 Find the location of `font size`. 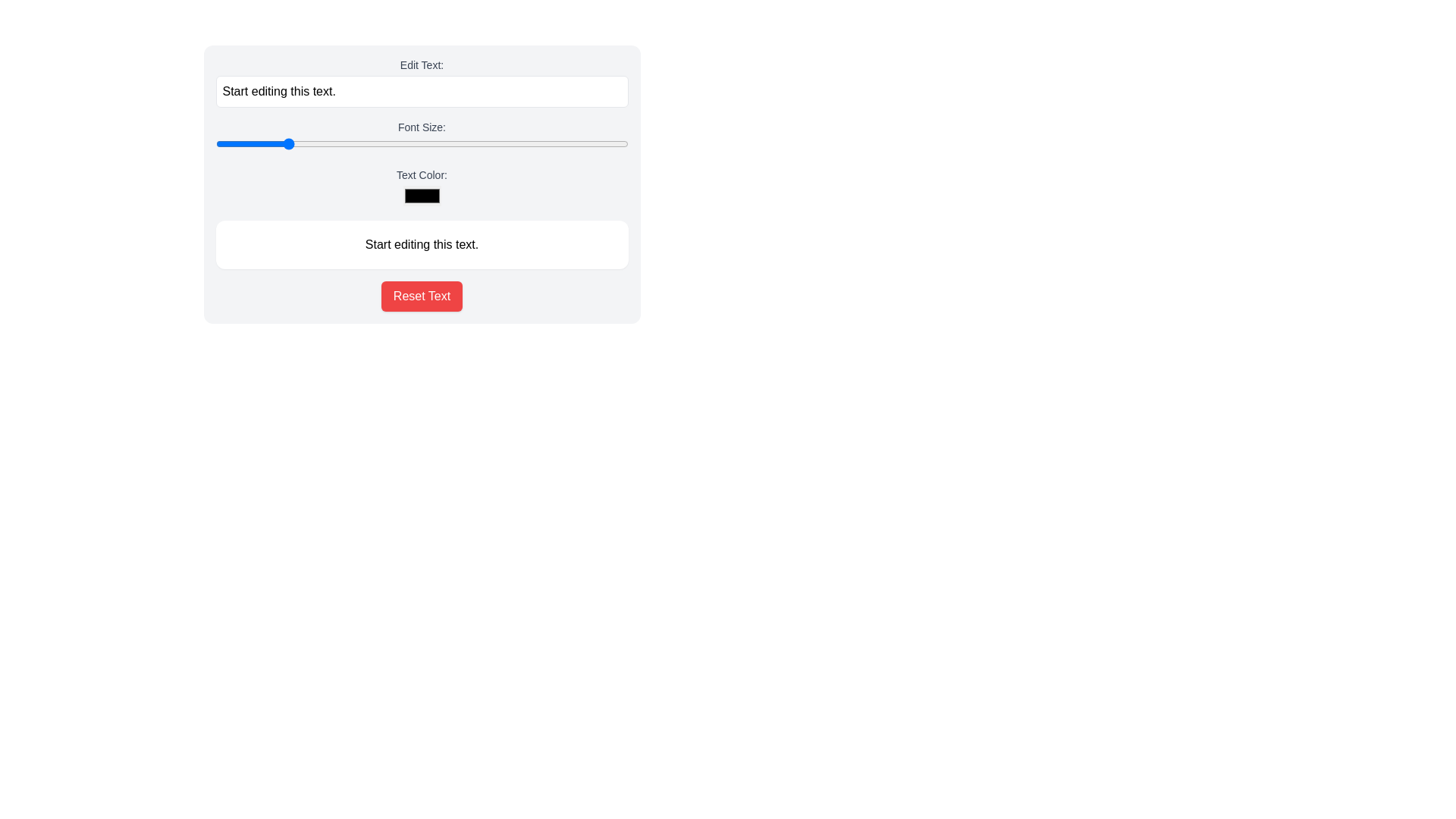

font size is located at coordinates (284, 143).